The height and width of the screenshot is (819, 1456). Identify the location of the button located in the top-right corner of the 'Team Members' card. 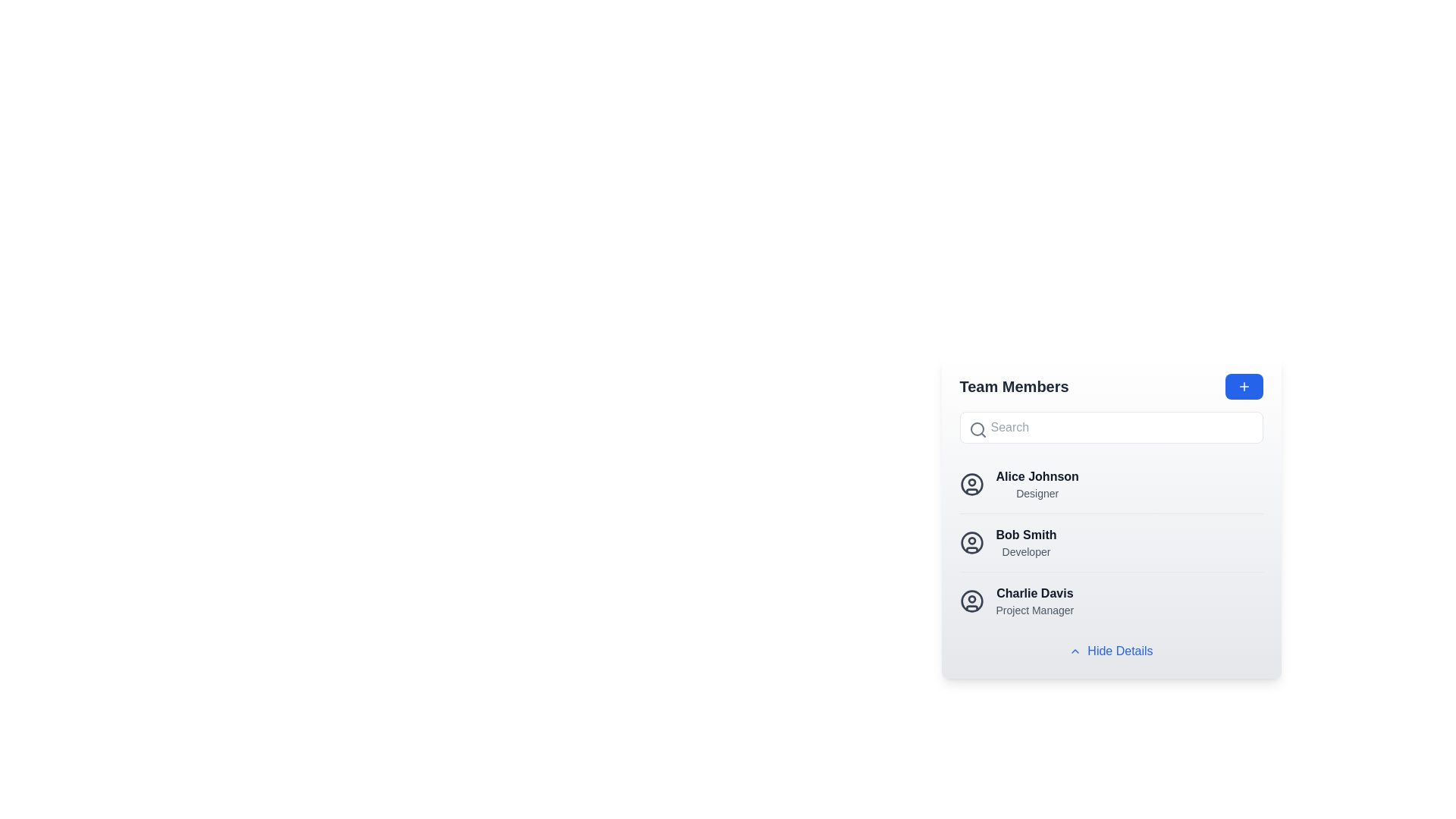
(1244, 385).